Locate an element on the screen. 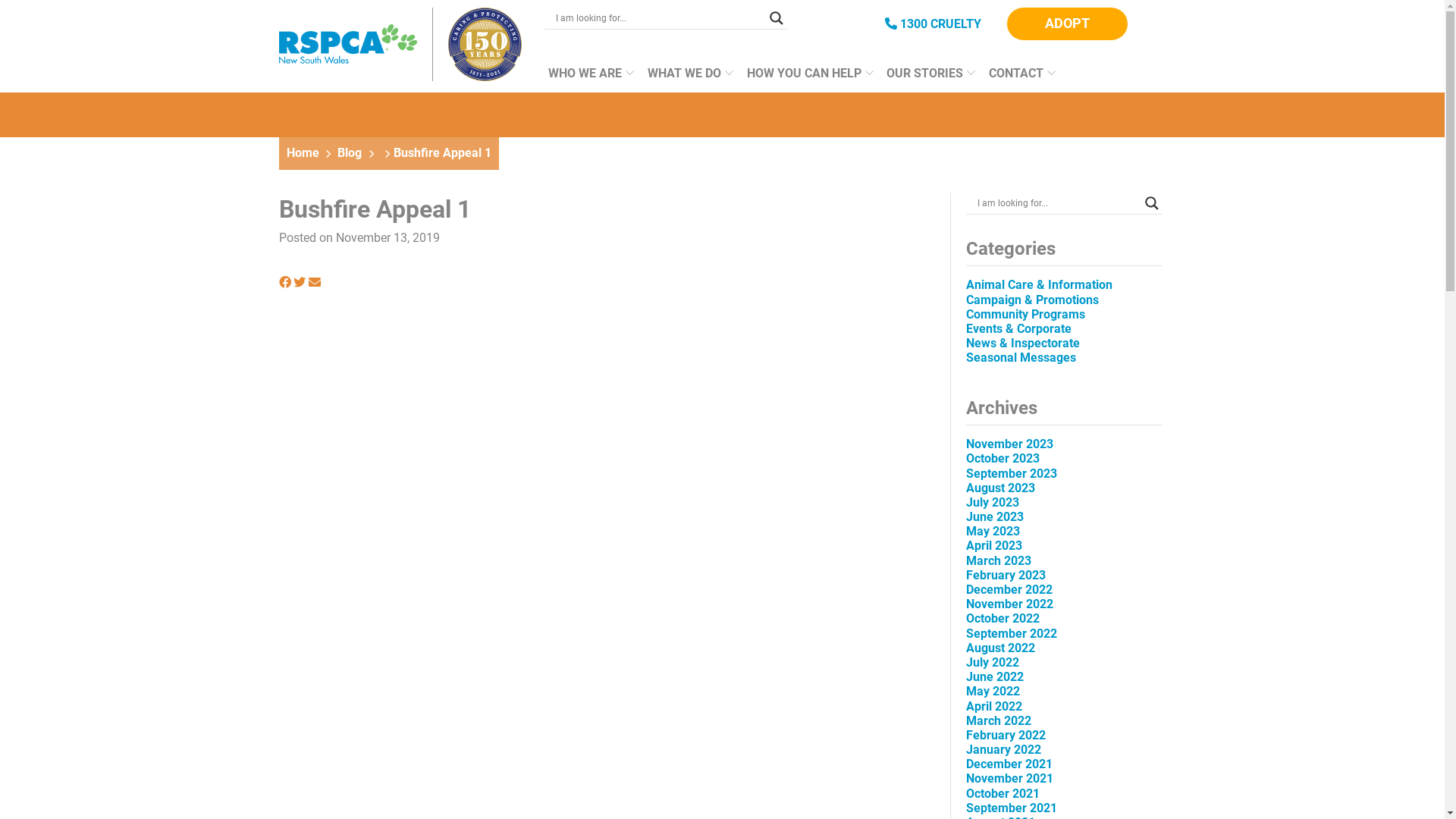  'HOW YOU CAN HELP' is located at coordinates (805, 79).